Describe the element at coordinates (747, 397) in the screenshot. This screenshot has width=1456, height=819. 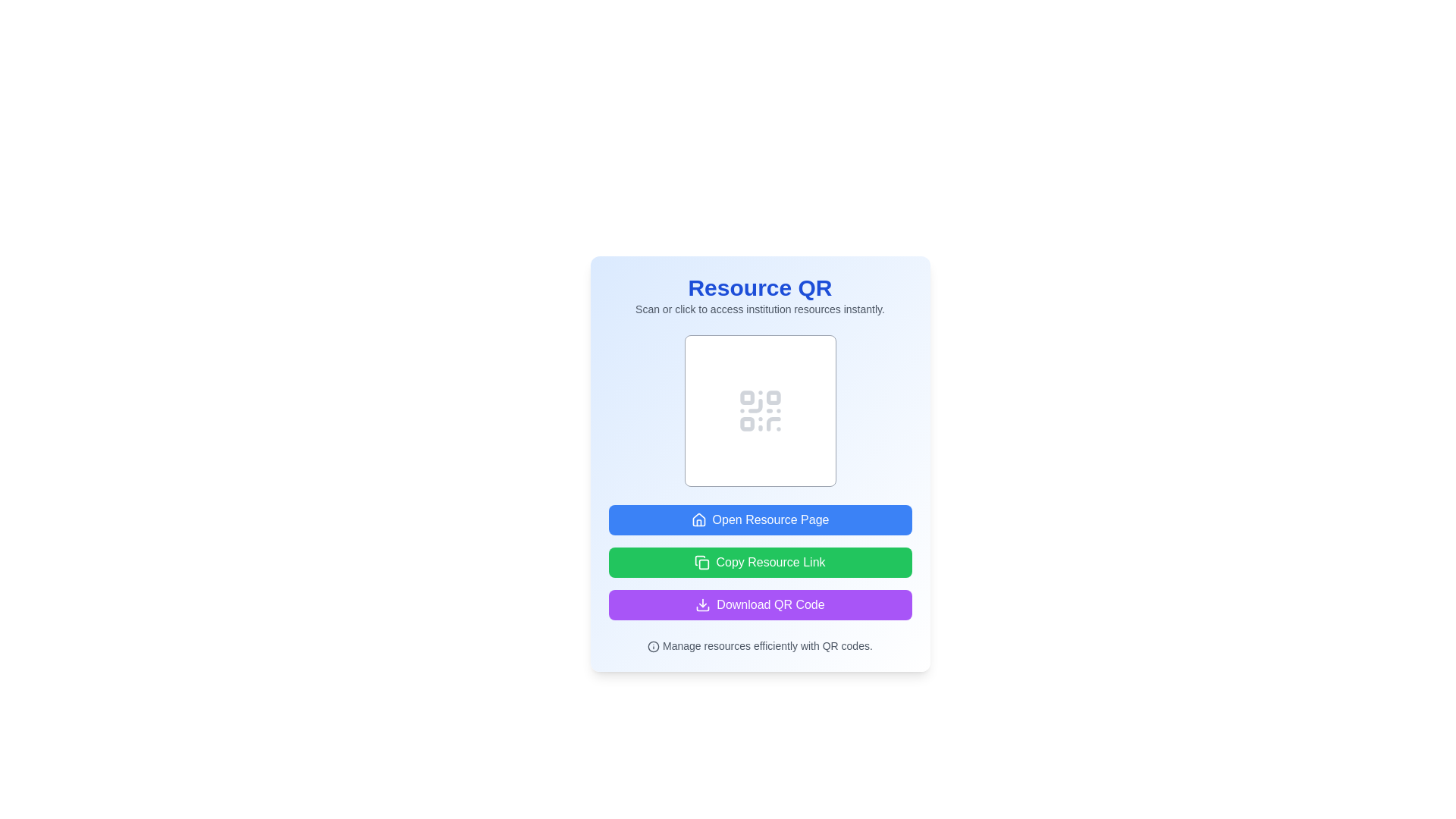
I see `and interact with the decorative element located` at that location.